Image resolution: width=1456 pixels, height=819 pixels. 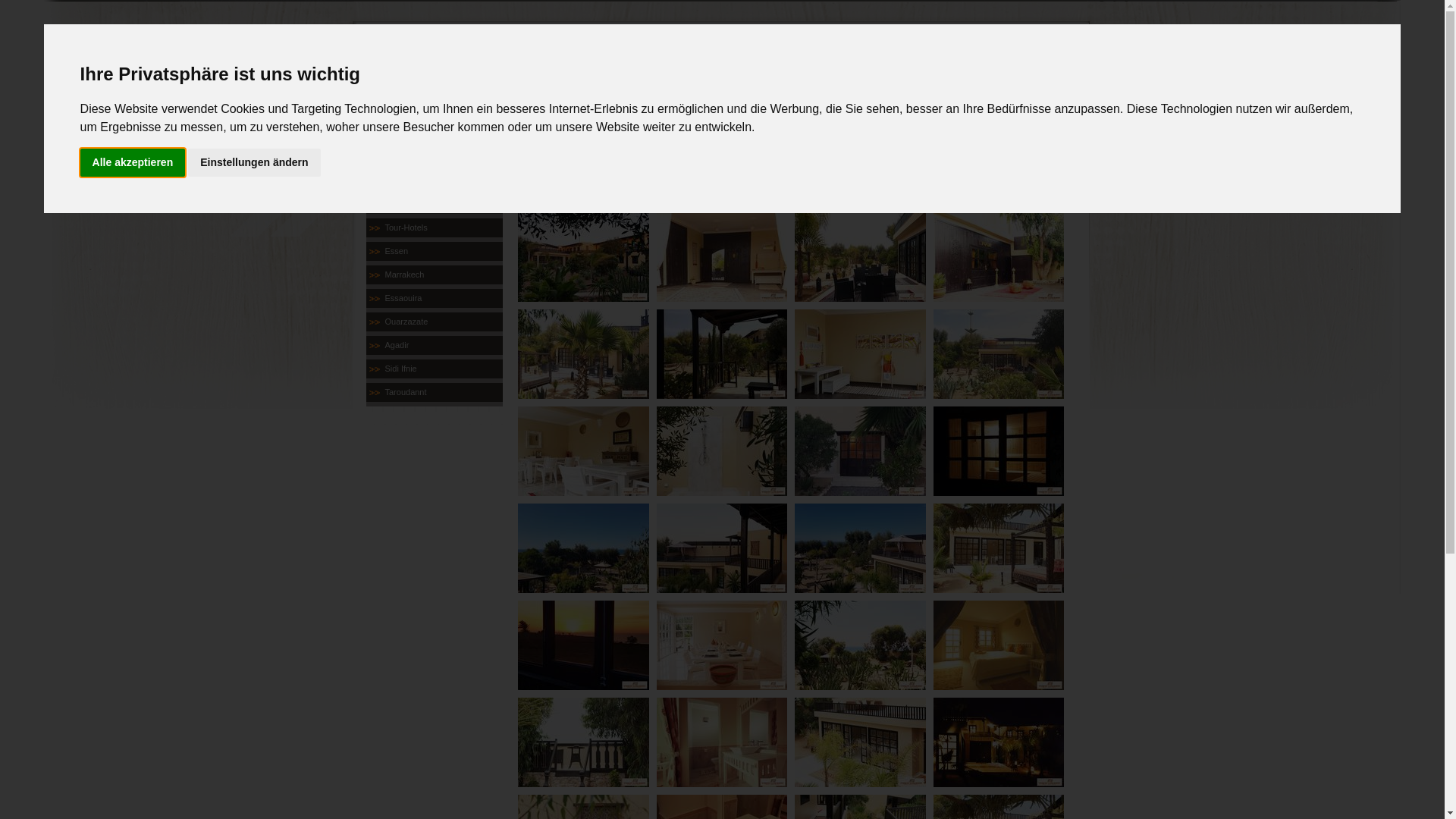 I want to click on 'Agadir', so click(x=432, y=345).